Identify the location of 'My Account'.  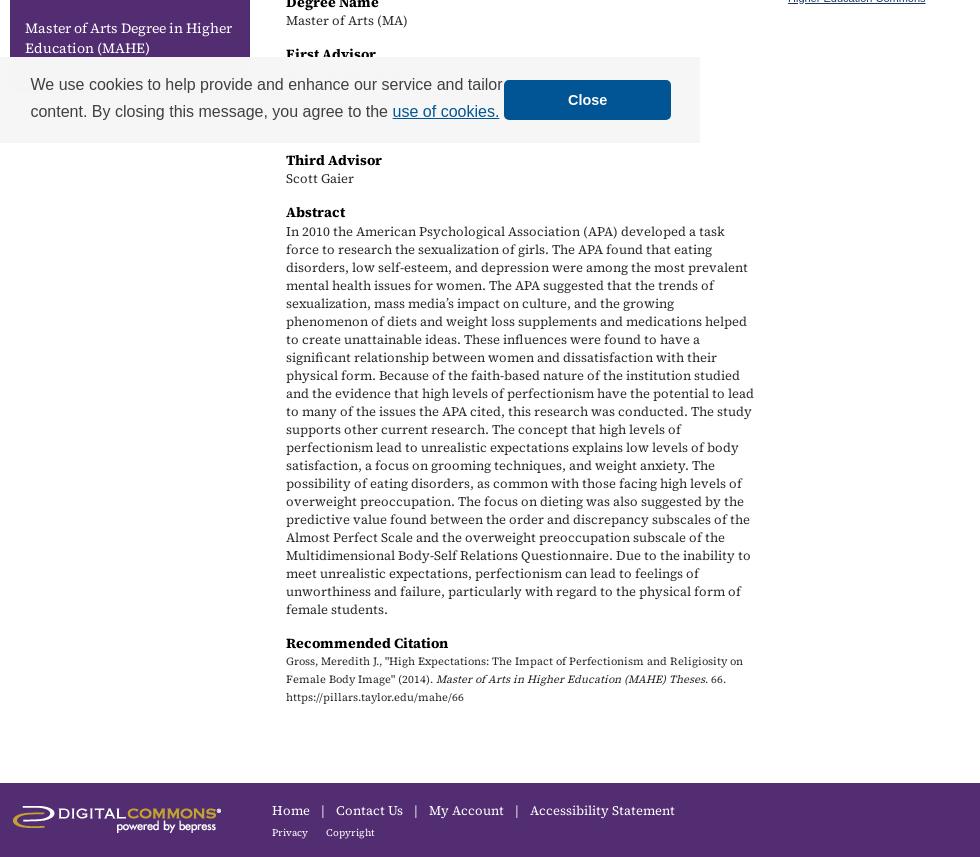
(468, 810).